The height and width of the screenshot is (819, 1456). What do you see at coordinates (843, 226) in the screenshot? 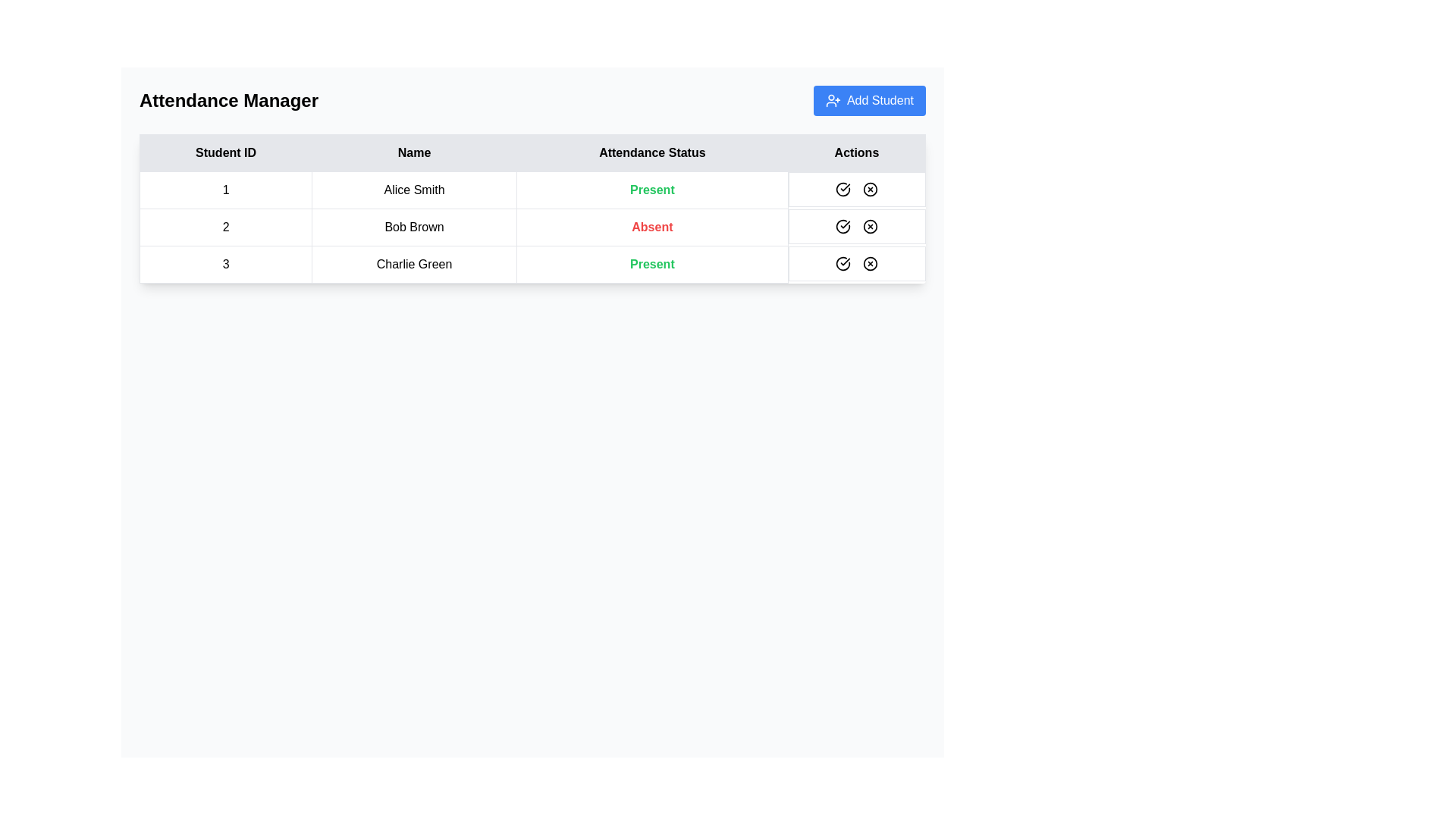
I see `the SVG graphic icon in the 'Actions' column for 'Charlie Green', which signifies confirming or approving attendance` at bounding box center [843, 226].